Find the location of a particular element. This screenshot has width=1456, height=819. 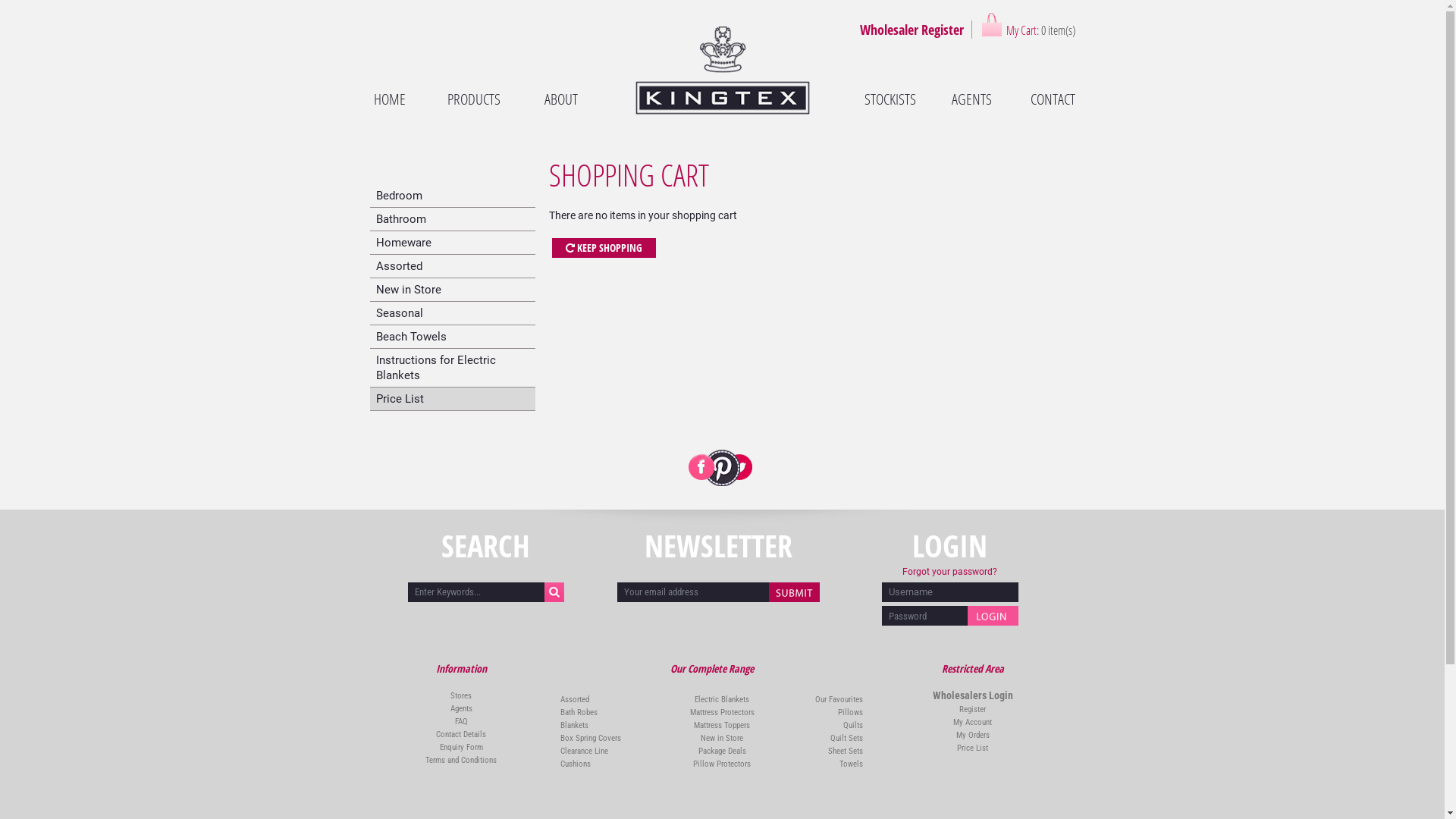

'My Account' is located at coordinates (972, 721).